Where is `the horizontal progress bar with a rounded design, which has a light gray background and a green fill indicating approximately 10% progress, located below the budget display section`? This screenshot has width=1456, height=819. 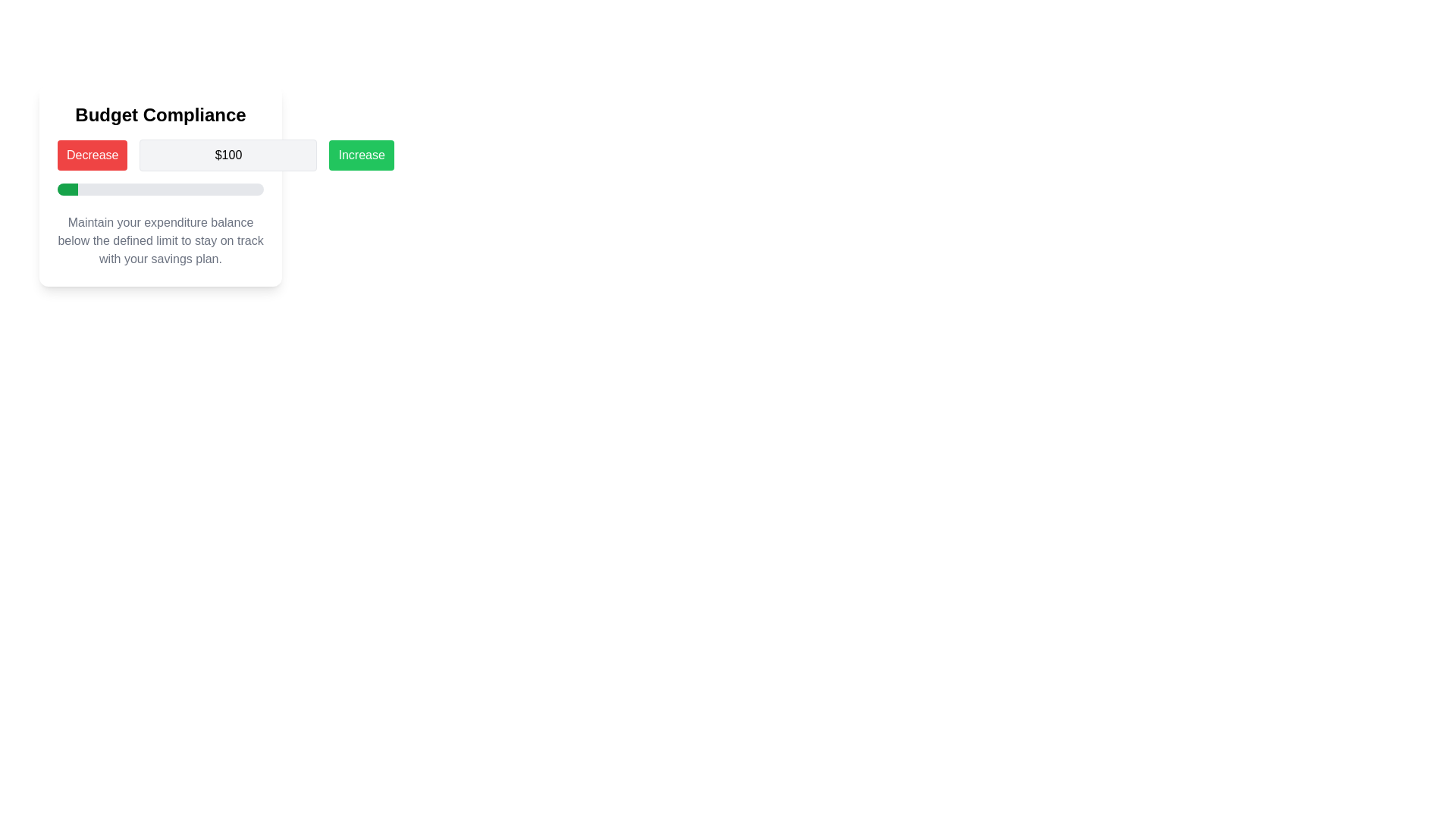
the horizontal progress bar with a rounded design, which has a light gray background and a green fill indicating approximately 10% progress, located below the budget display section is located at coordinates (160, 189).